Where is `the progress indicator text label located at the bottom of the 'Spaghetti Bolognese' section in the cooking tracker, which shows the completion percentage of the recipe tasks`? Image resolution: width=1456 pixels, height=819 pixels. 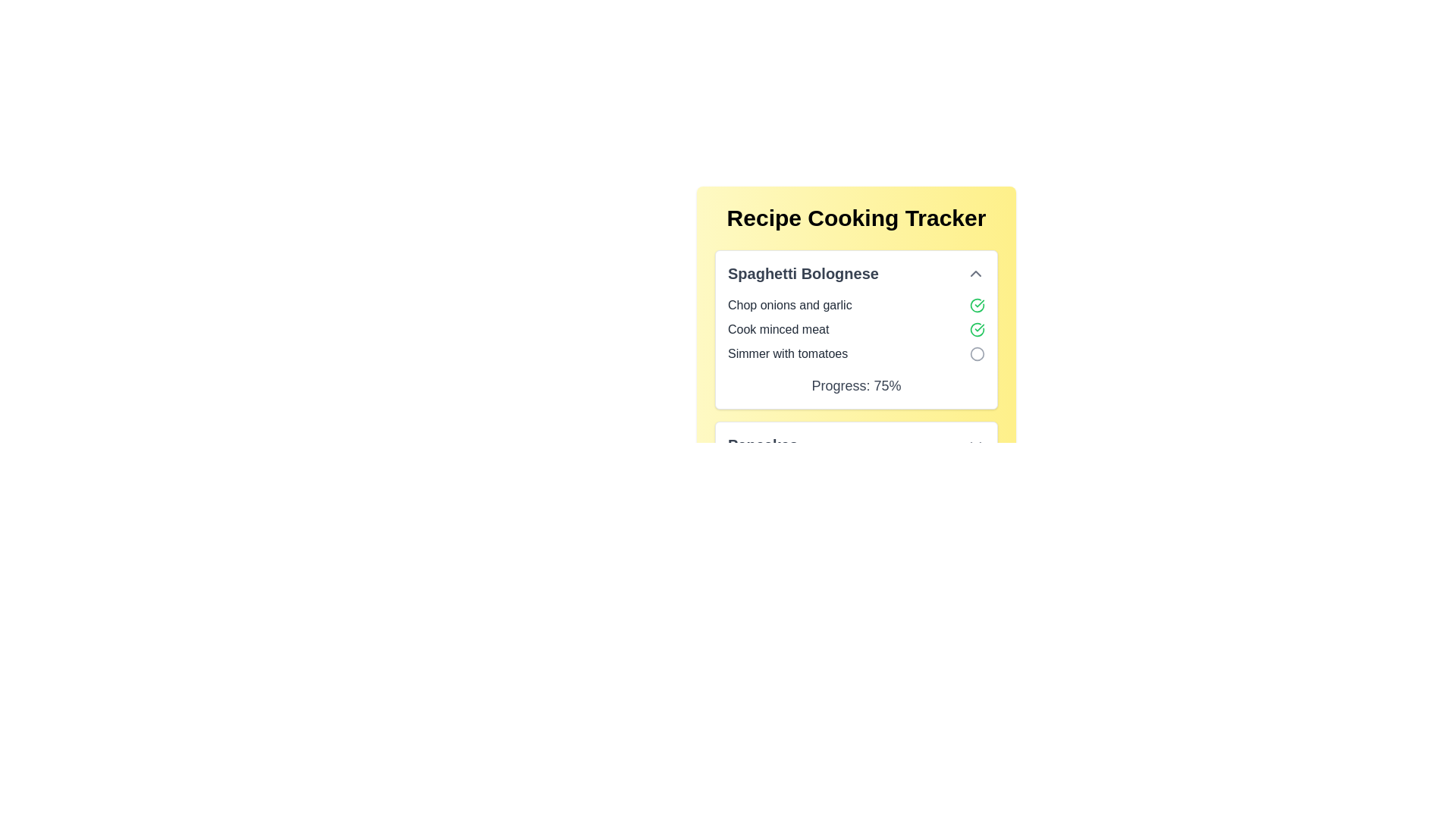 the progress indicator text label located at the bottom of the 'Spaghetti Bolognese' section in the cooking tracker, which shows the completion percentage of the recipe tasks is located at coordinates (856, 385).